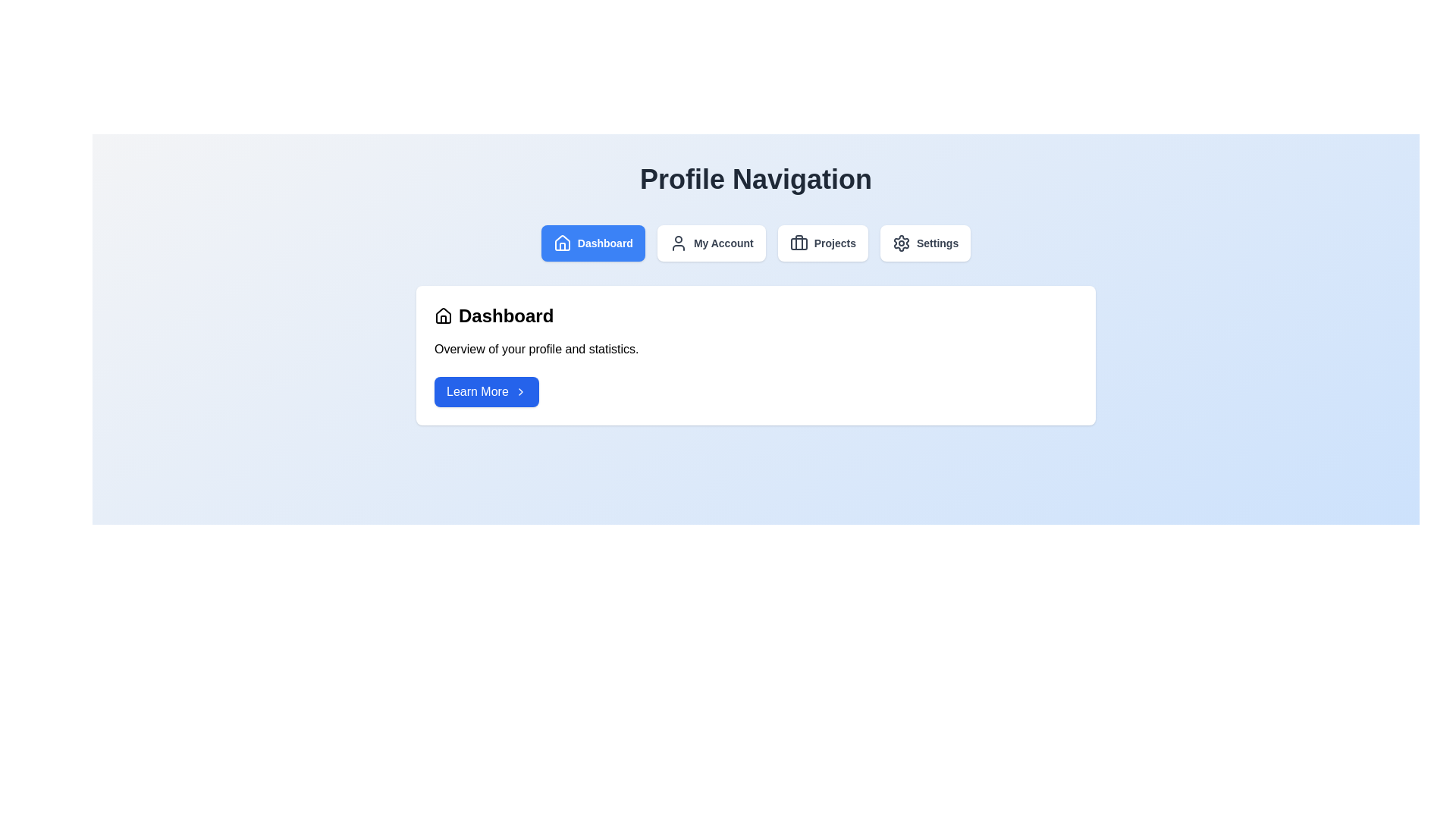  Describe the element at coordinates (677, 242) in the screenshot. I see `the user icon located in the center-left part of the 'My Account' button in the navigation bar` at that location.